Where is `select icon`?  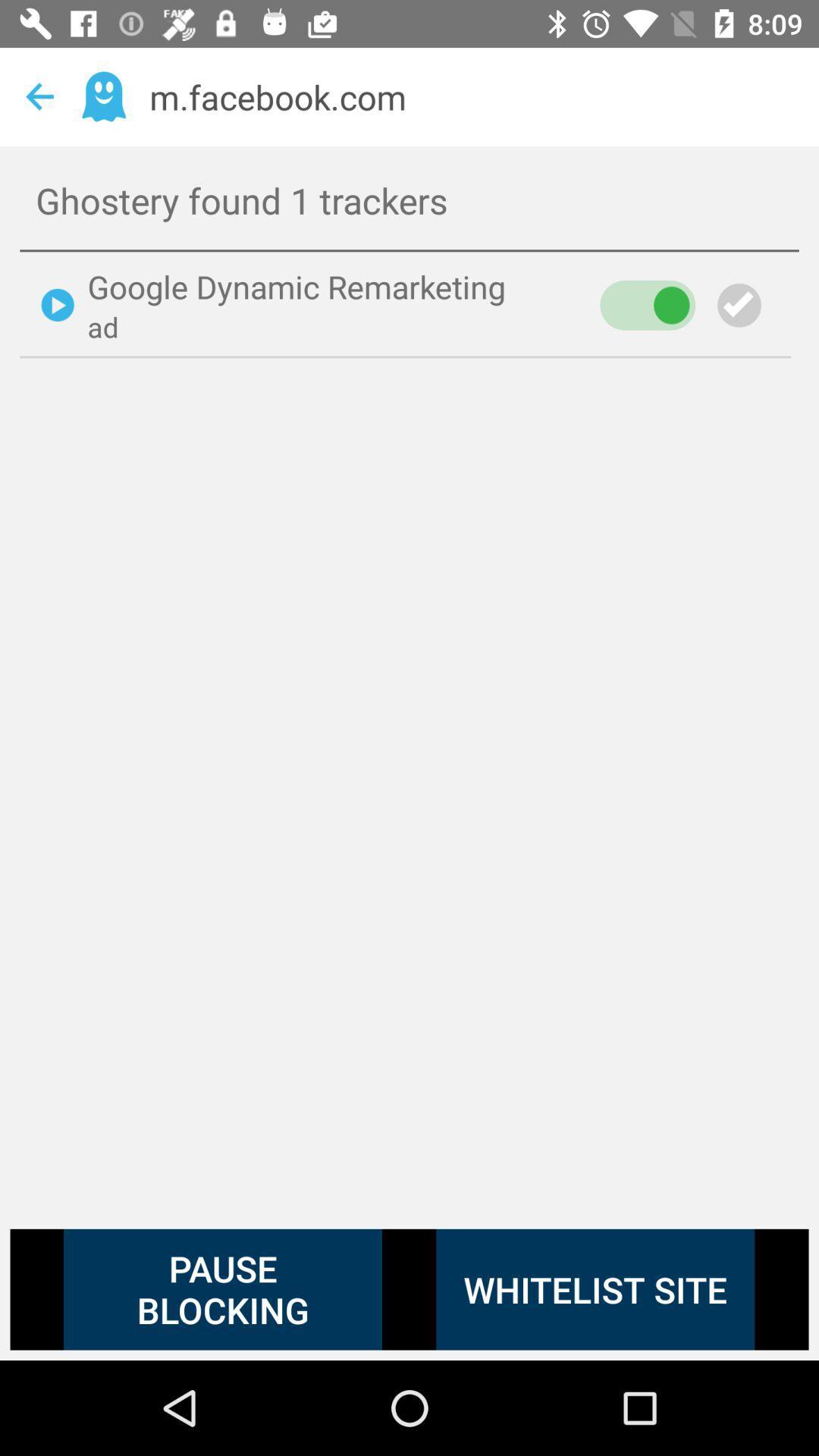 select icon is located at coordinates (748, 305).